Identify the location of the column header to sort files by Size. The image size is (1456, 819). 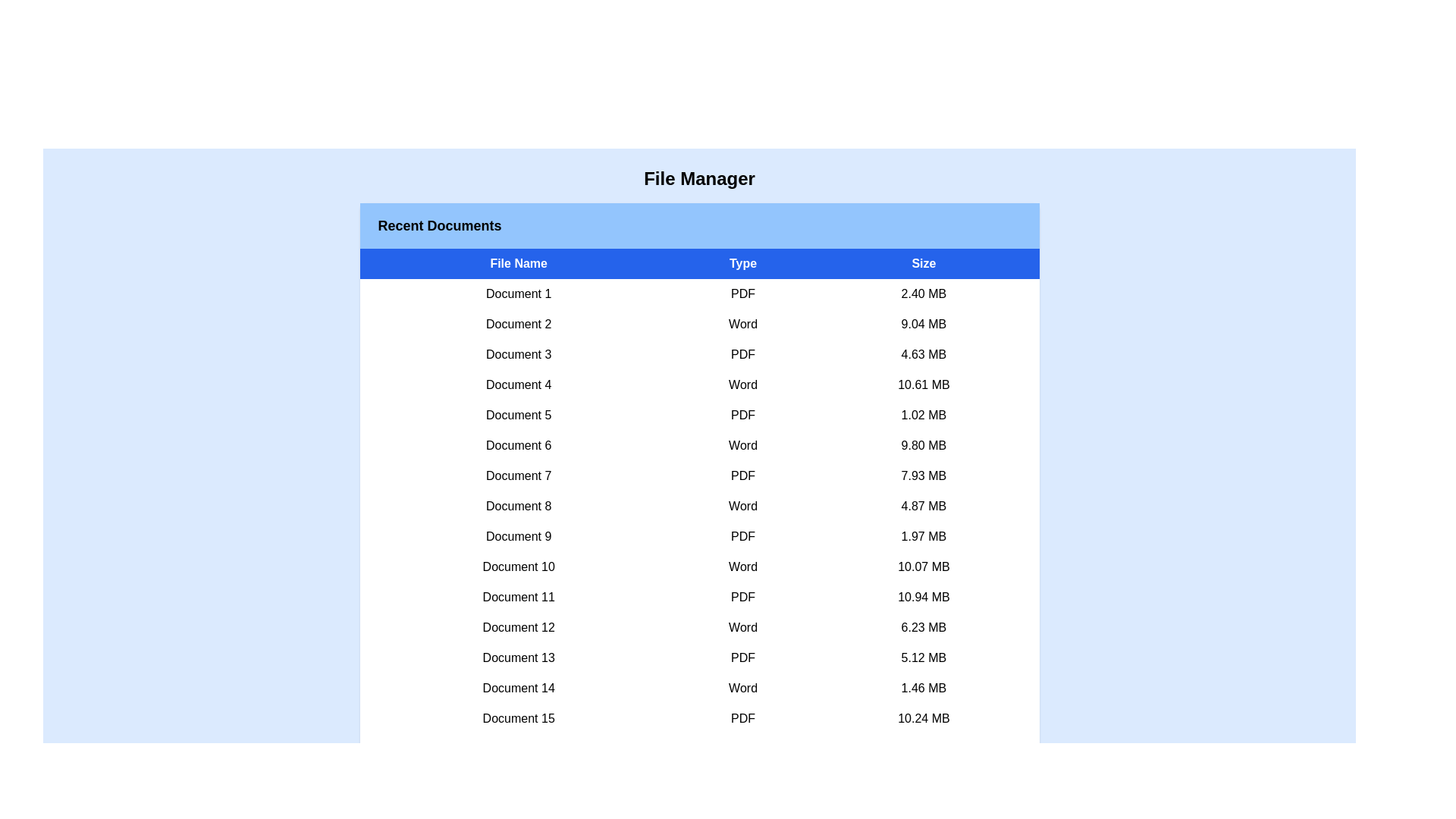
(923, 262).